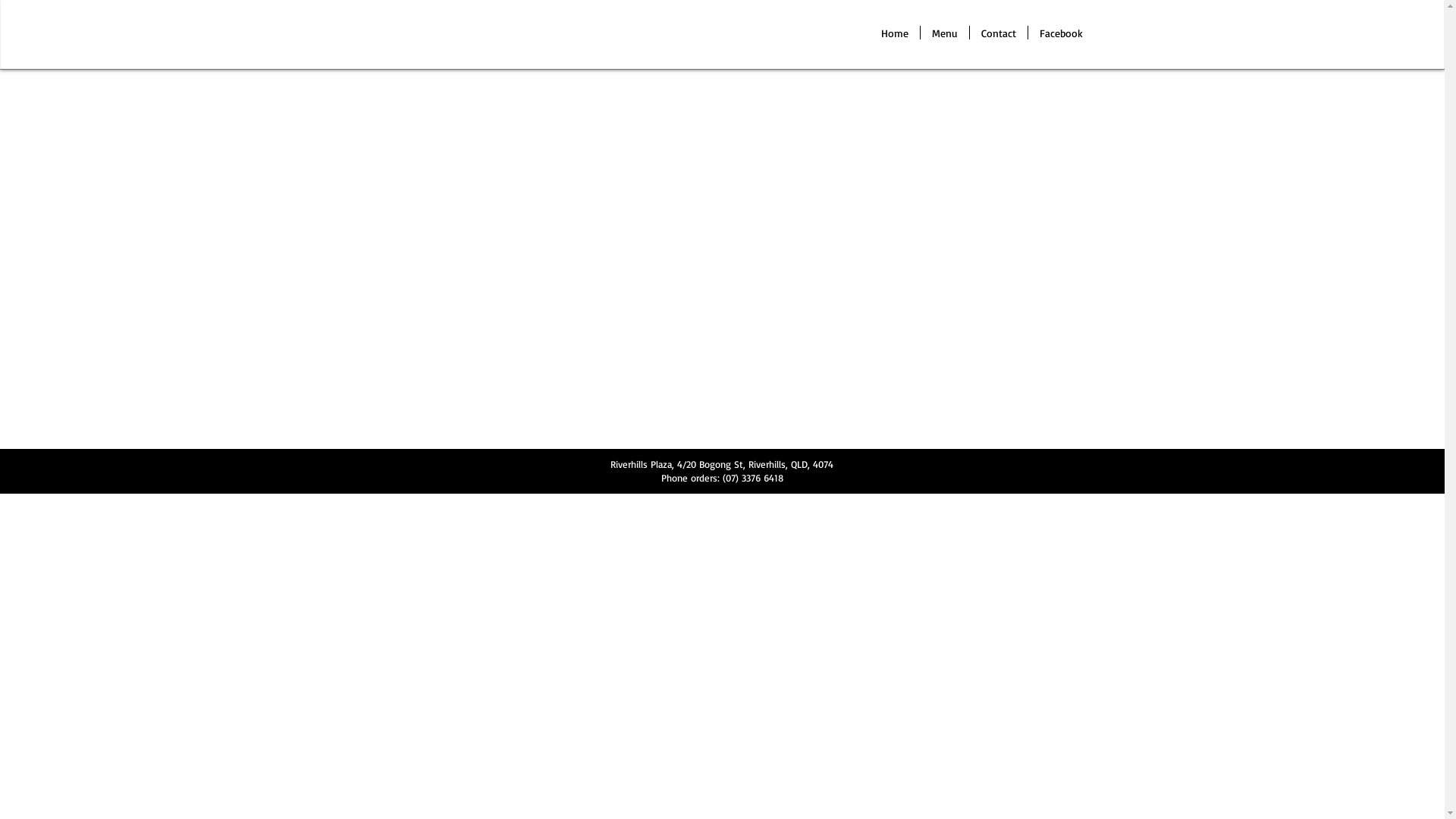  What do you see at coordinates (968, 32) in the screenshot?
I see `'Contact'` at bounding box center [968, 32].